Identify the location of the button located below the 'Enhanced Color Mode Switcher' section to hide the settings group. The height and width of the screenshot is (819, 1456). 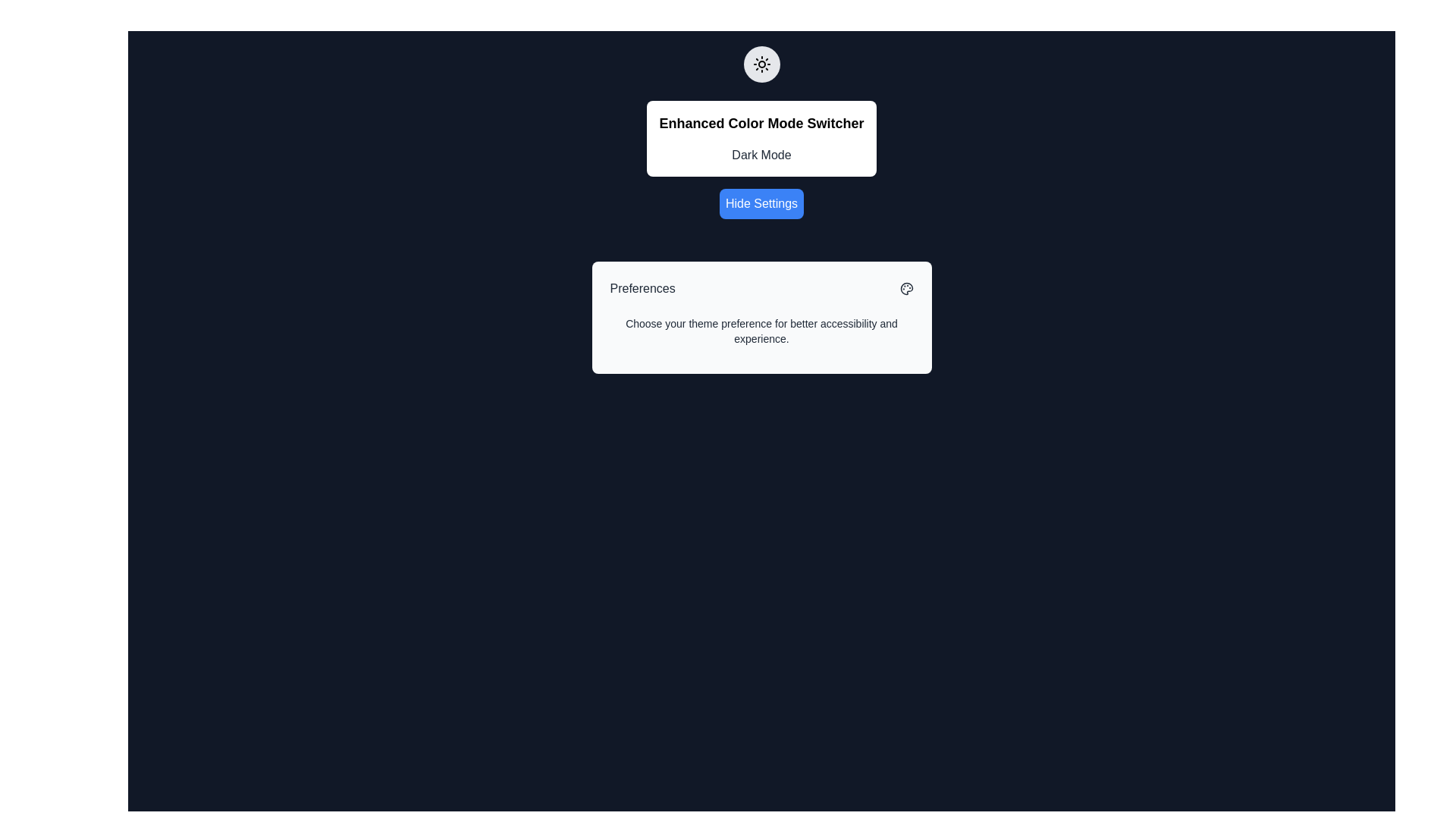
(761, 203).